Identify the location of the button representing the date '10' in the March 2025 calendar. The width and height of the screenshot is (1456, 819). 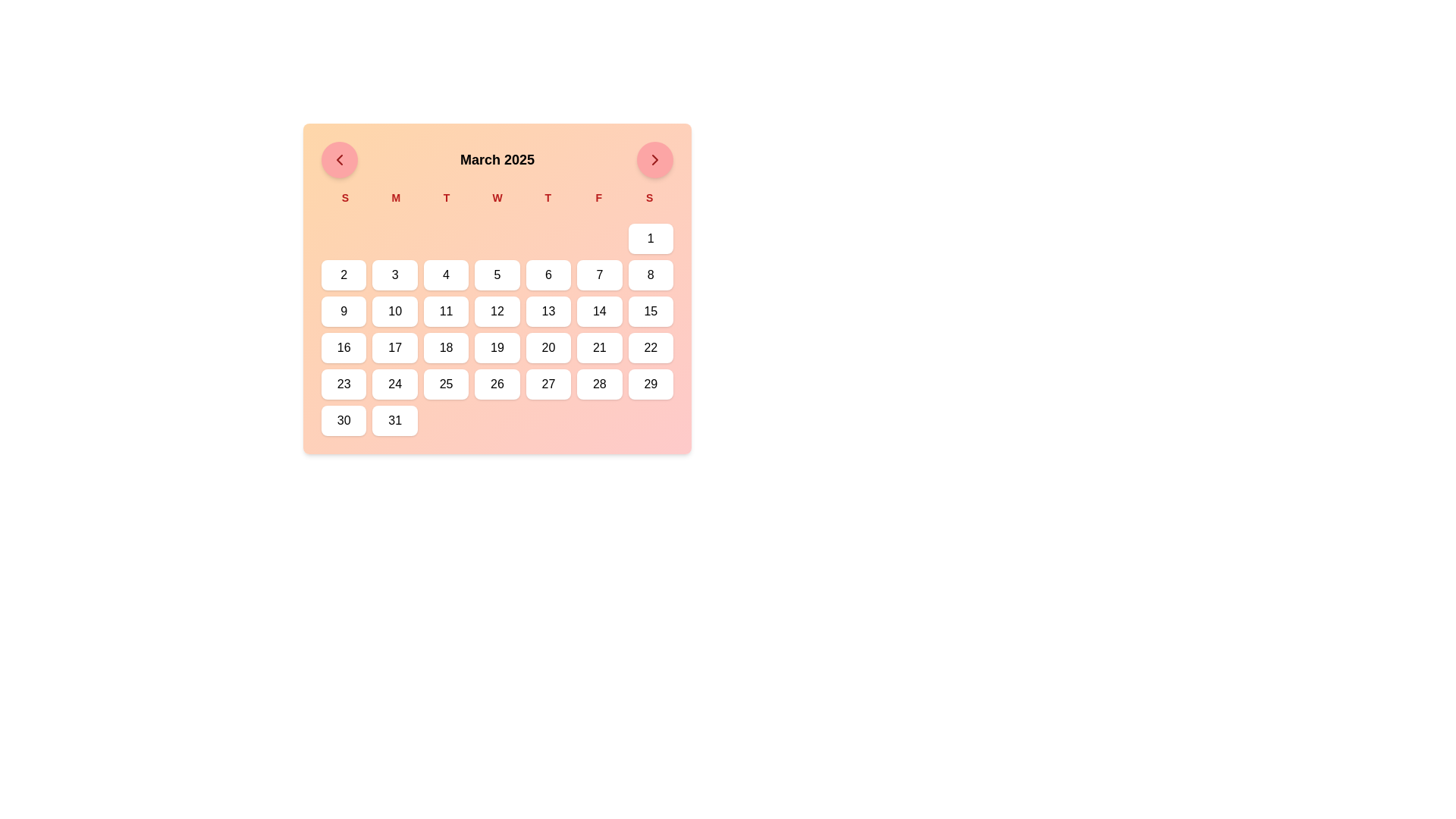
(395, 311).